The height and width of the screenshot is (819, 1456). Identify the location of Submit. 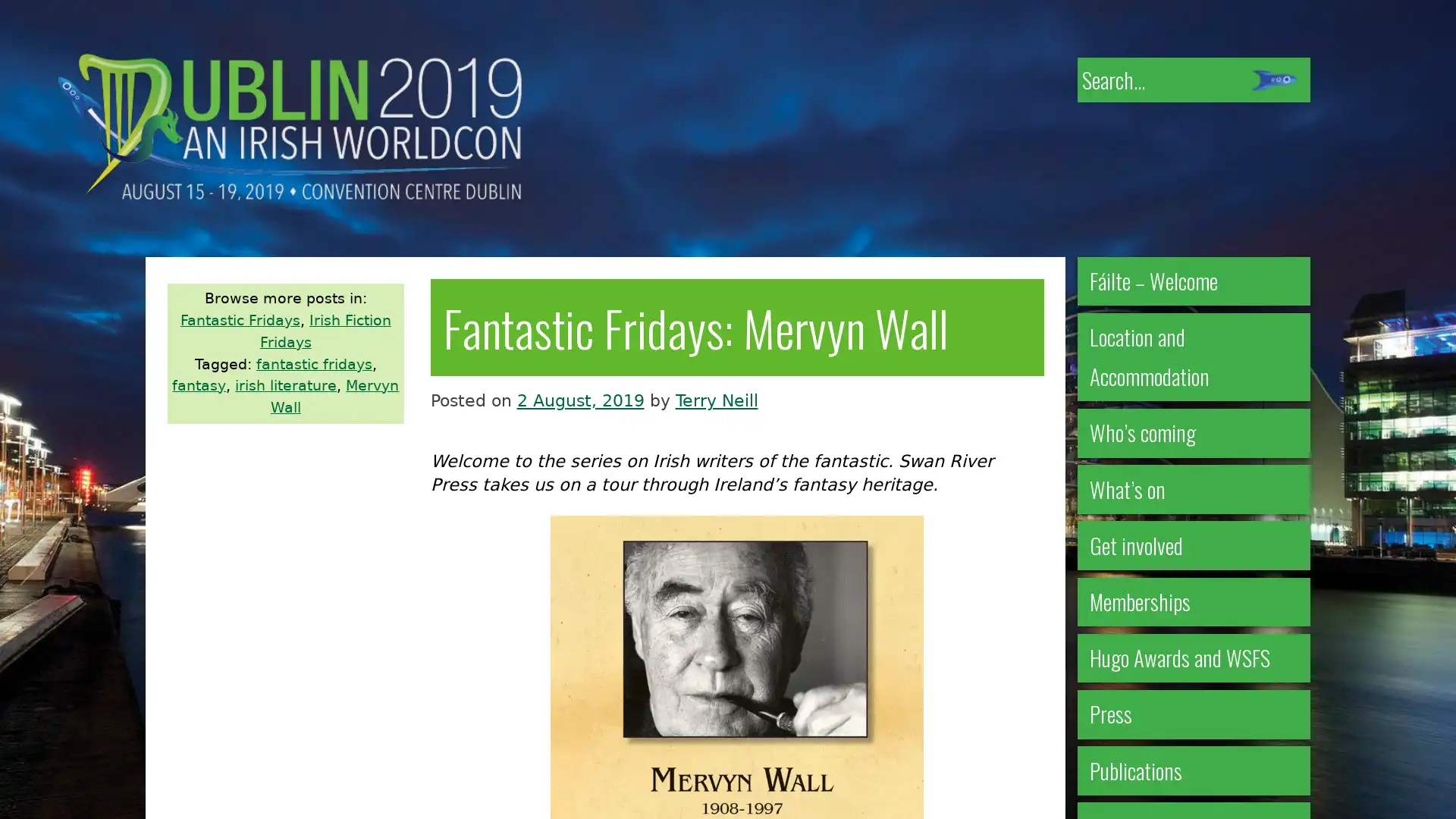
(1274, 80).